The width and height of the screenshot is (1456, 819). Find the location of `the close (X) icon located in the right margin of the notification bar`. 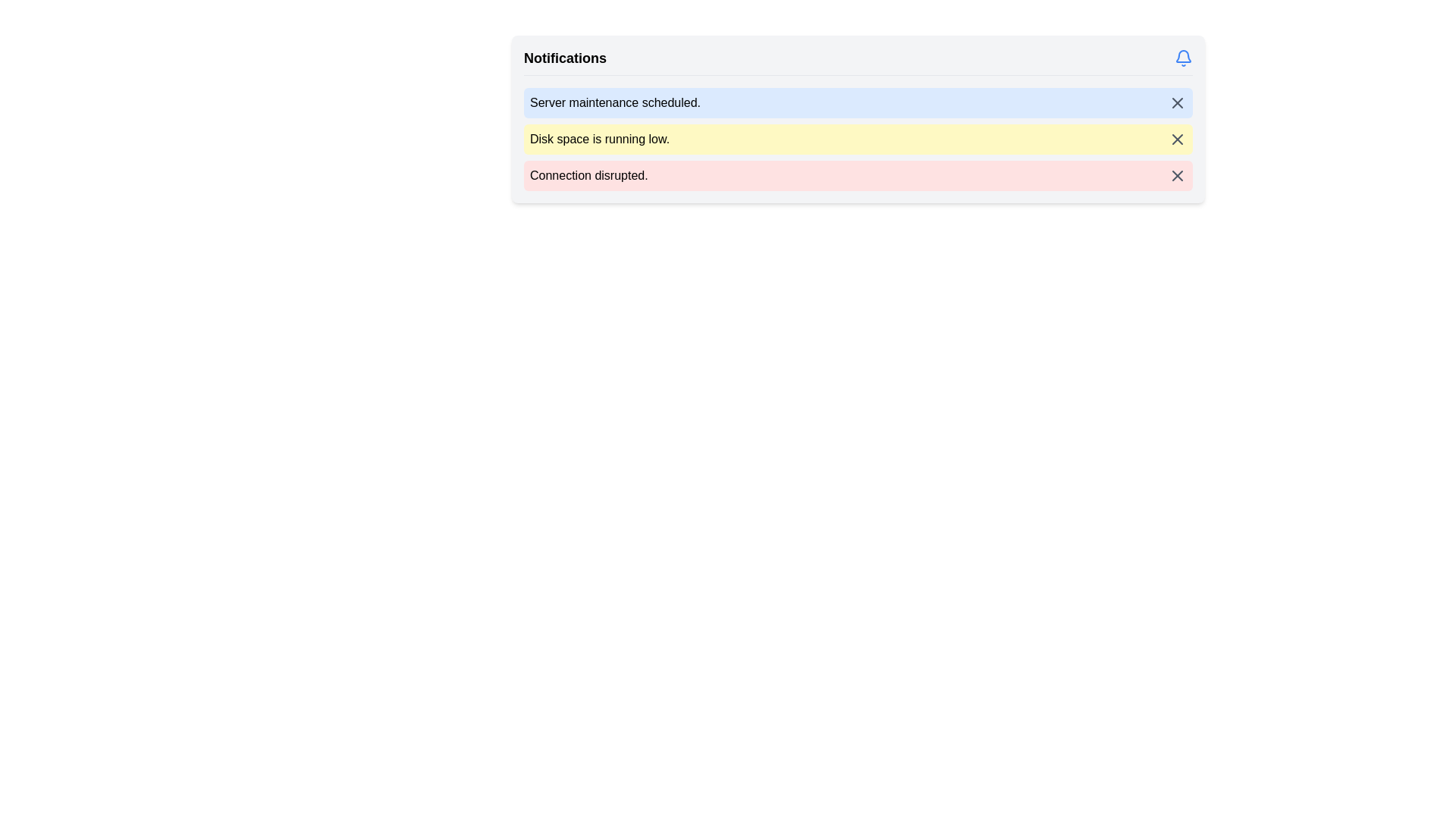

the close (X) icon located in the right margin of the notification bar is located at coordinates (1177, 140).